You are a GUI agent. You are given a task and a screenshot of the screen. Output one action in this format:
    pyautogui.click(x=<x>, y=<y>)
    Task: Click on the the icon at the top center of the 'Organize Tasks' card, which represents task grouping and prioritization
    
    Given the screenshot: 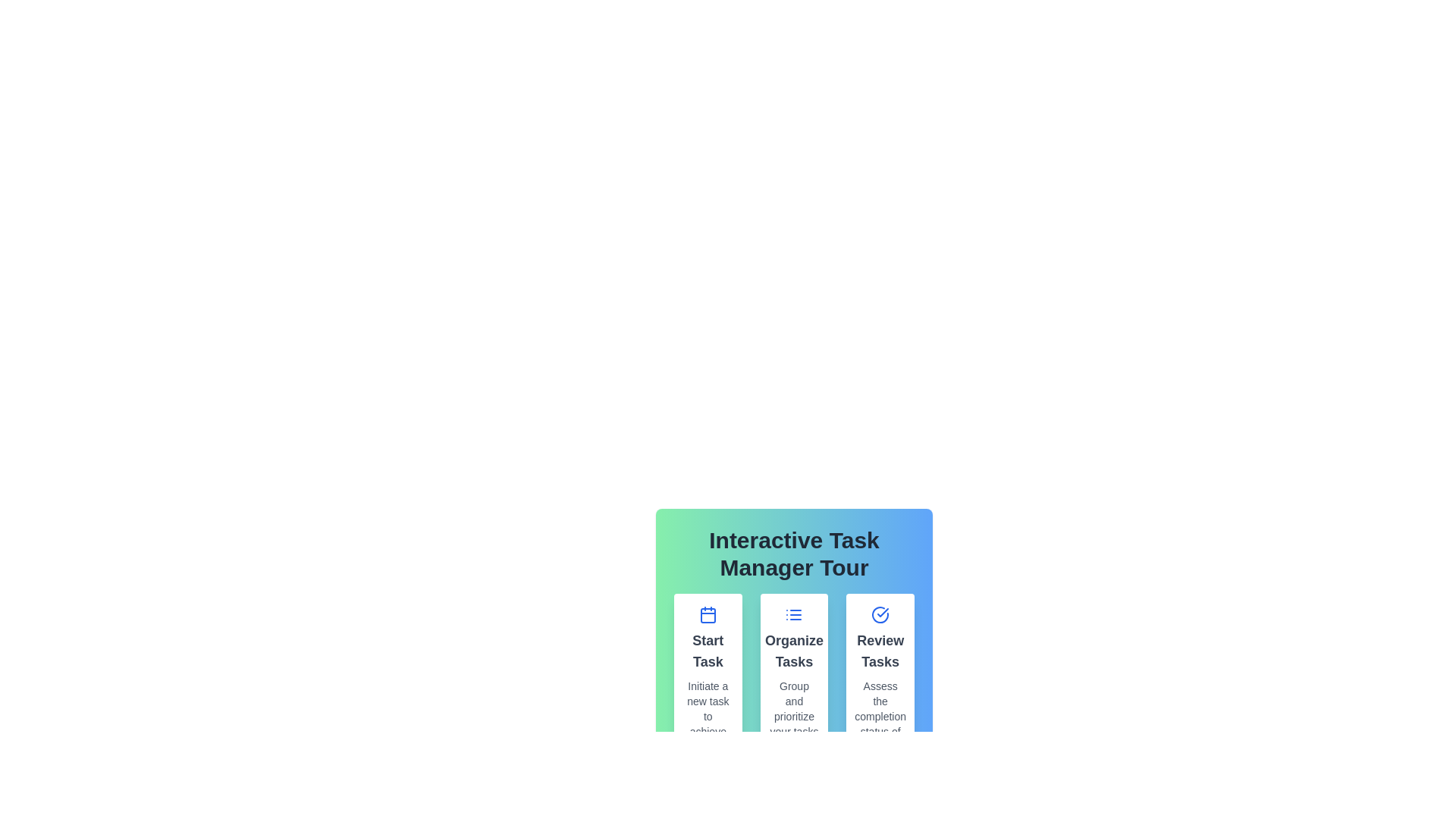 What is the action you would take?
    pyautogui.click(x=793, y=614)
    